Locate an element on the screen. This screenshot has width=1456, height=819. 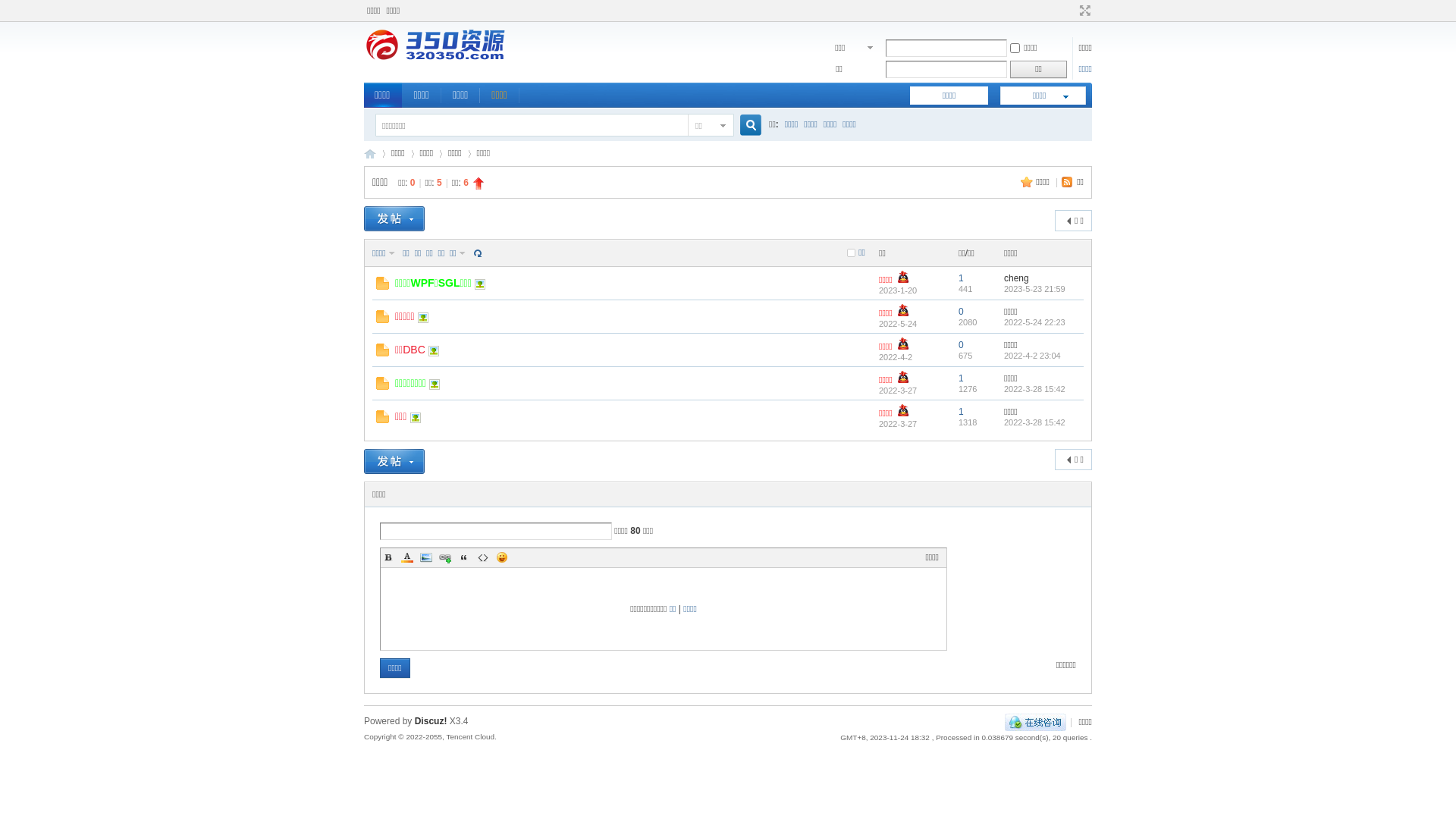
'2022-3-28 15:42' is located at coordinates (1034, 421).